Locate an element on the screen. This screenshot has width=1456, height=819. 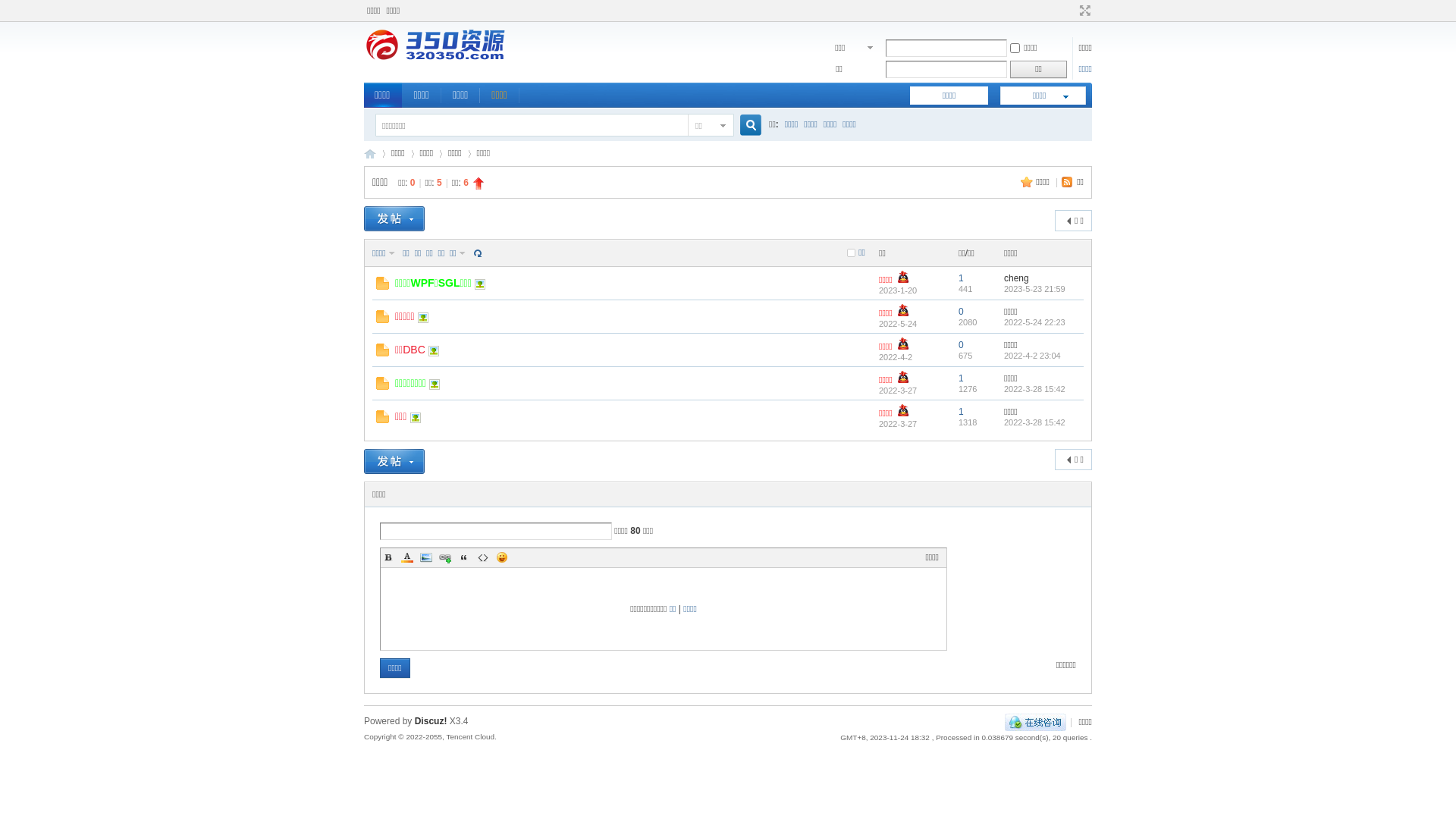
'2022-3-28 15:42' is located at coordinates (1034, 421).